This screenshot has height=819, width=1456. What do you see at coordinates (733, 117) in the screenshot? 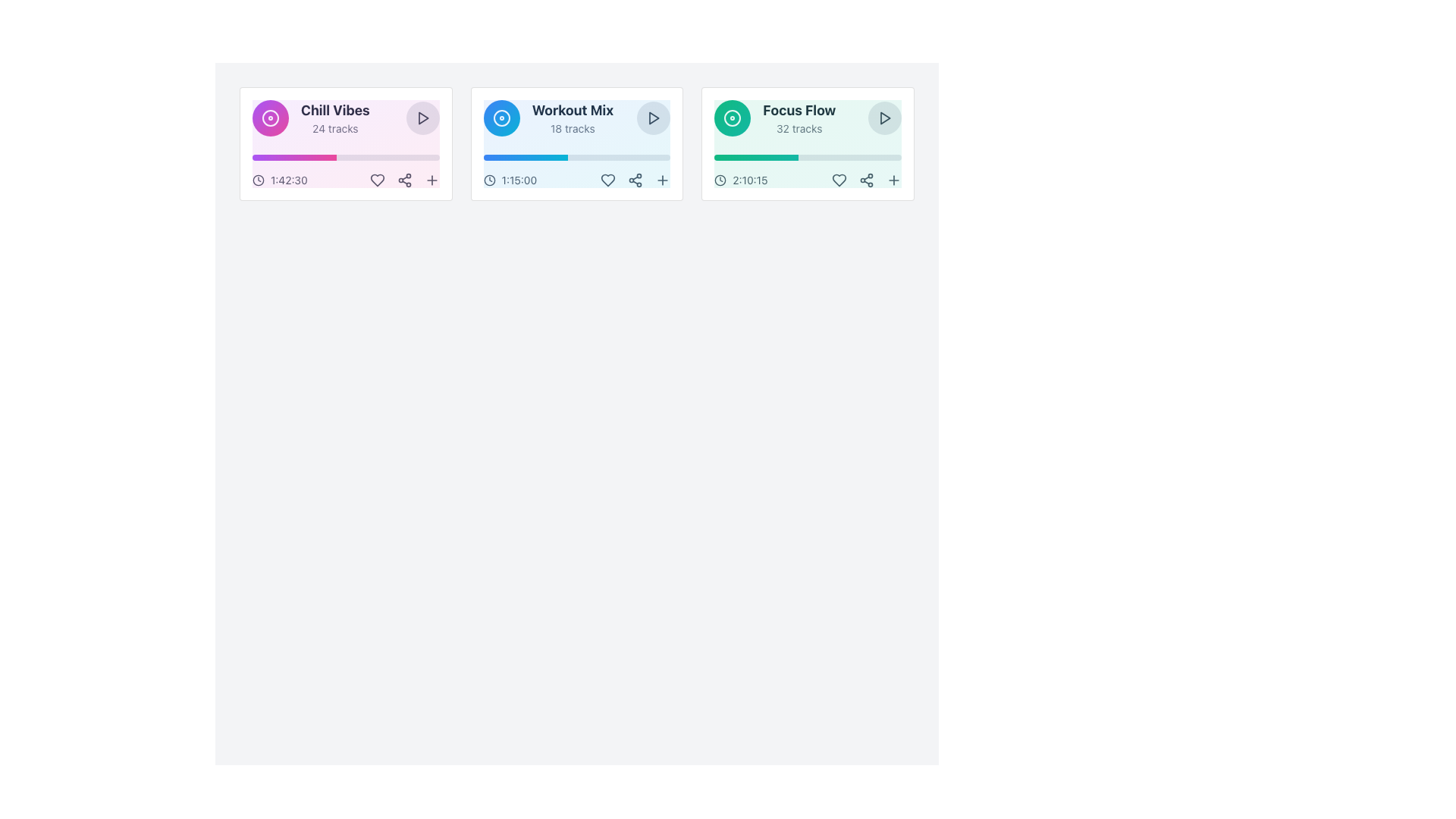
I see `the spinning white-and-green circular icon located in the top center of the 'Focus Flow' card with 32 tracks` at bounding box center [733, 117].